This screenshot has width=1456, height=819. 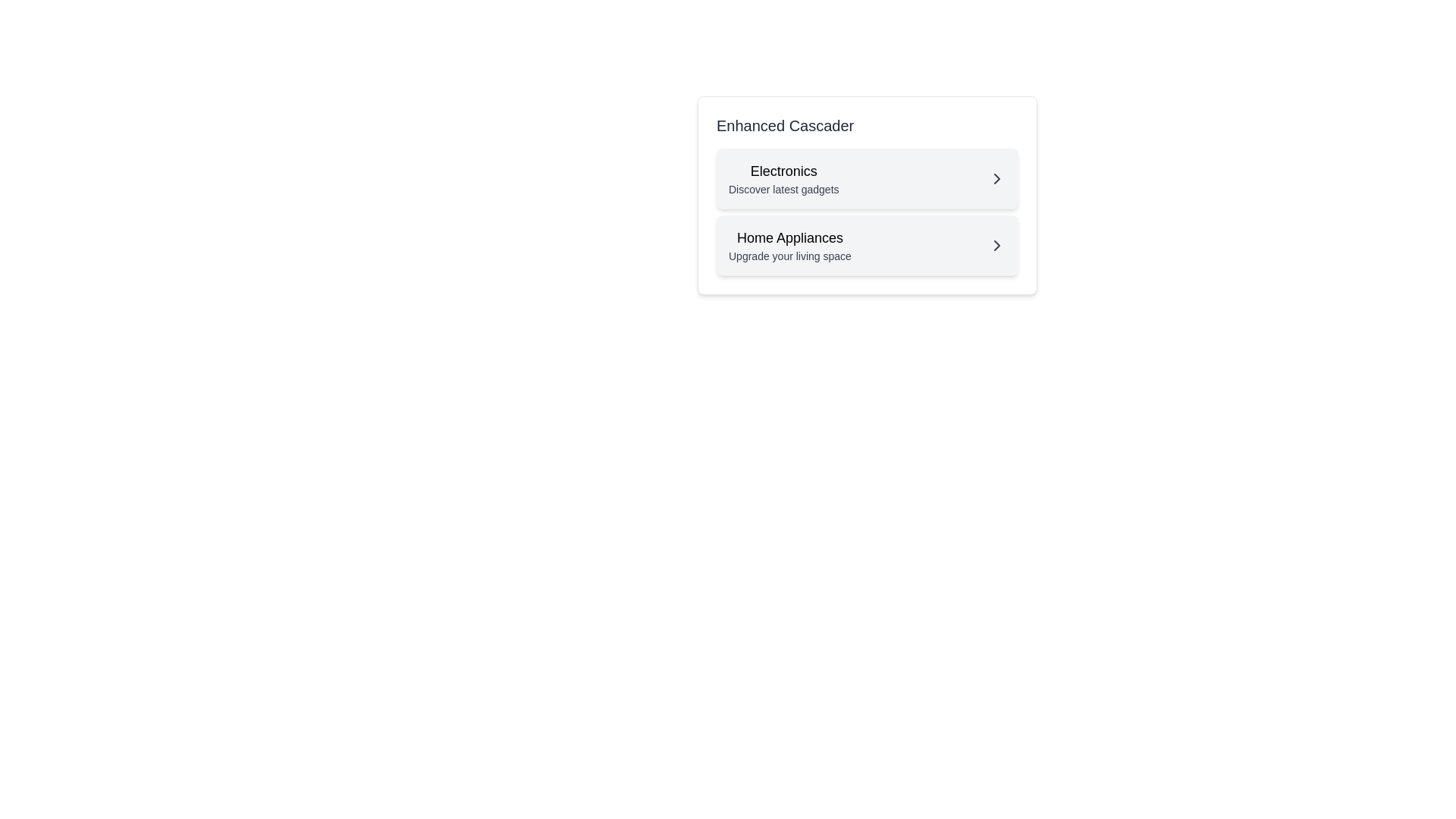 I want to click on the 'Electronics' text block located at the upper left segment of the card-like component, so click(x=783, y=171).